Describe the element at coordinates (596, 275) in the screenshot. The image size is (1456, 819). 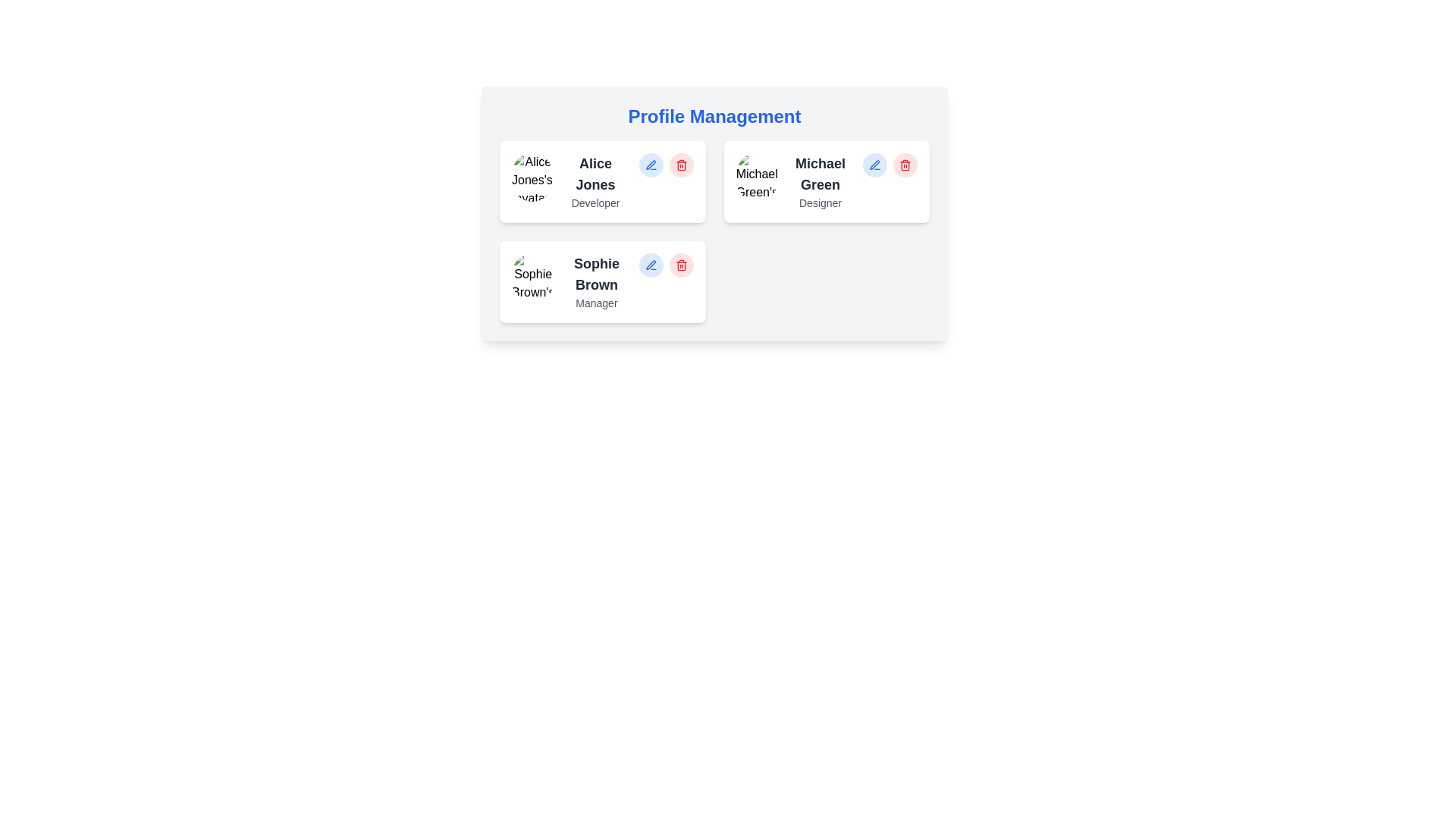
I see `the text label 'Sophie Brown' which is styled in a larger bold dark gray font, located on the third card in the Profile Management layout` at that location.